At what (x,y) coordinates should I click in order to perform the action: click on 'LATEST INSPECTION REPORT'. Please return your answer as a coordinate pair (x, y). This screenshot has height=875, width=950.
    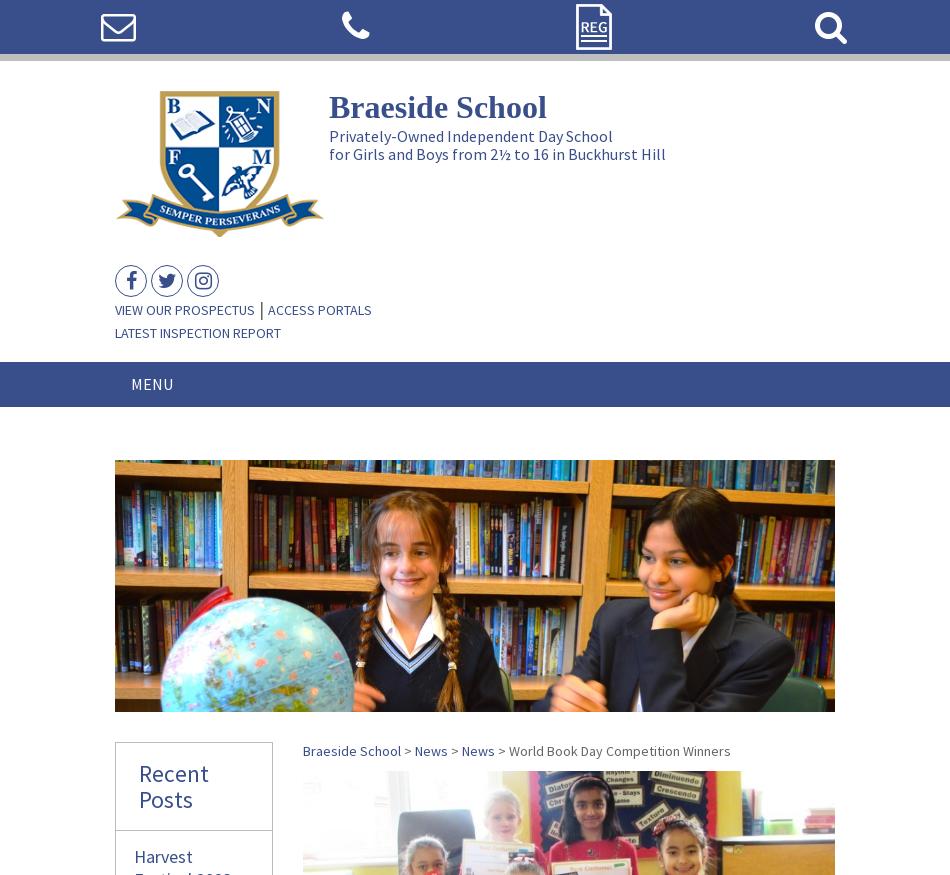
    Looking at the image, I should click on (197, 333).